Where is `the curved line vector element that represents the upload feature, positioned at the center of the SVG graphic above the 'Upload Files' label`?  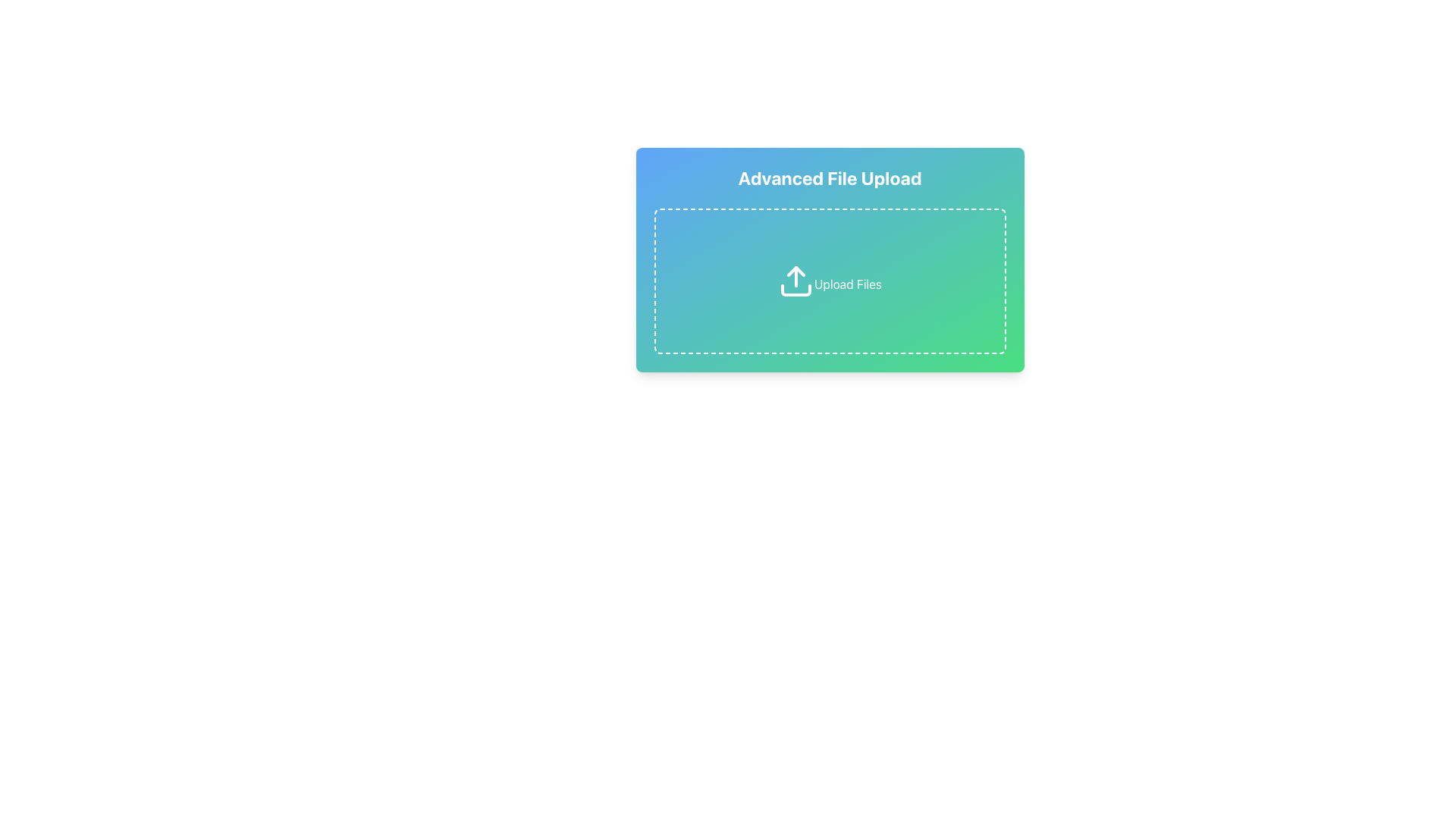 the curved line vector element that represents the upload feature, positioned at the center of the SVG graphic above the 'Upload Files' label is located at coordinates (795, 290).